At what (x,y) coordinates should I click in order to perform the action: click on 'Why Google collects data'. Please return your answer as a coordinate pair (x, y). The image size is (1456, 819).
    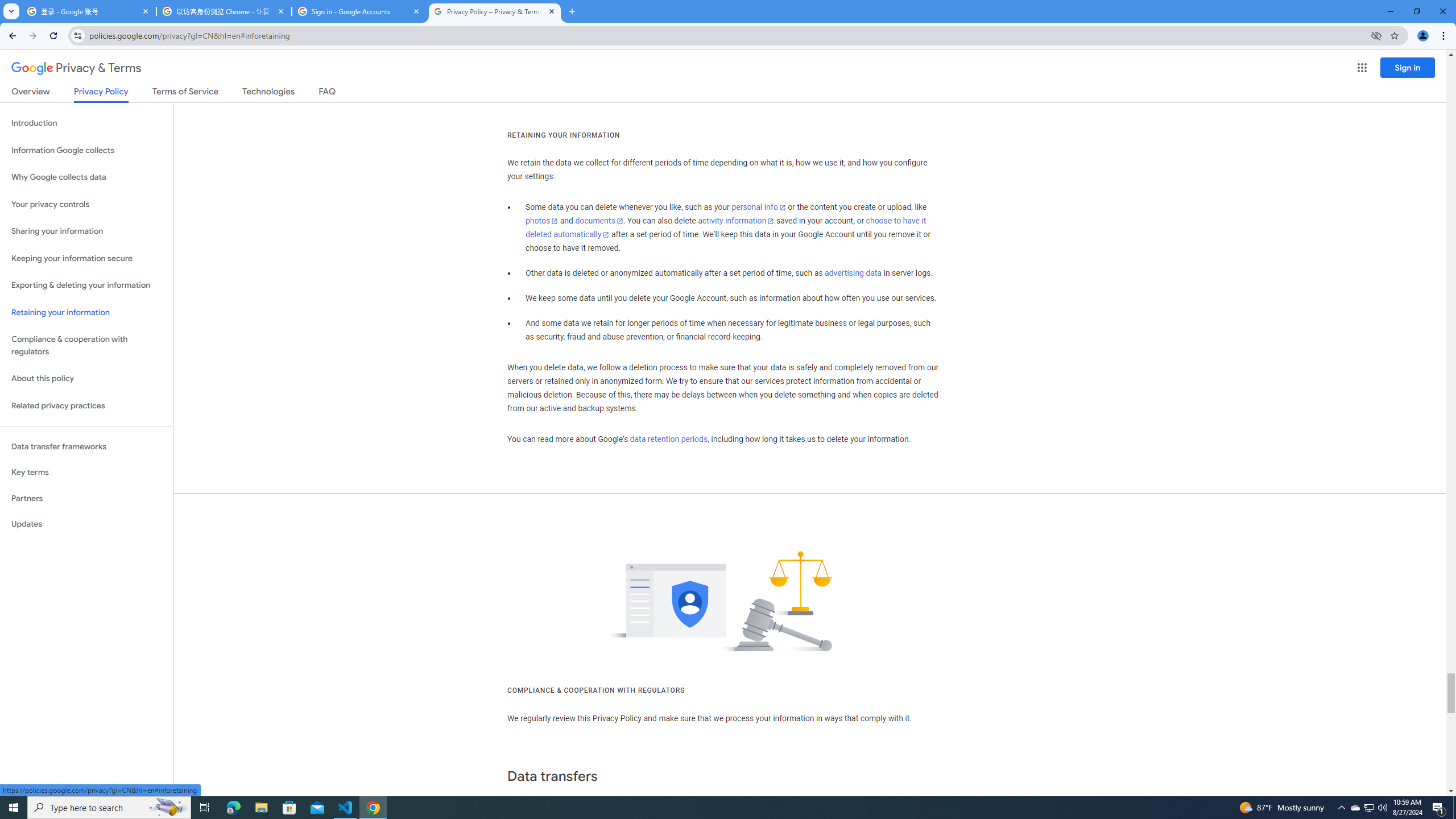
    Looking at the image, I should click on (86, 176).